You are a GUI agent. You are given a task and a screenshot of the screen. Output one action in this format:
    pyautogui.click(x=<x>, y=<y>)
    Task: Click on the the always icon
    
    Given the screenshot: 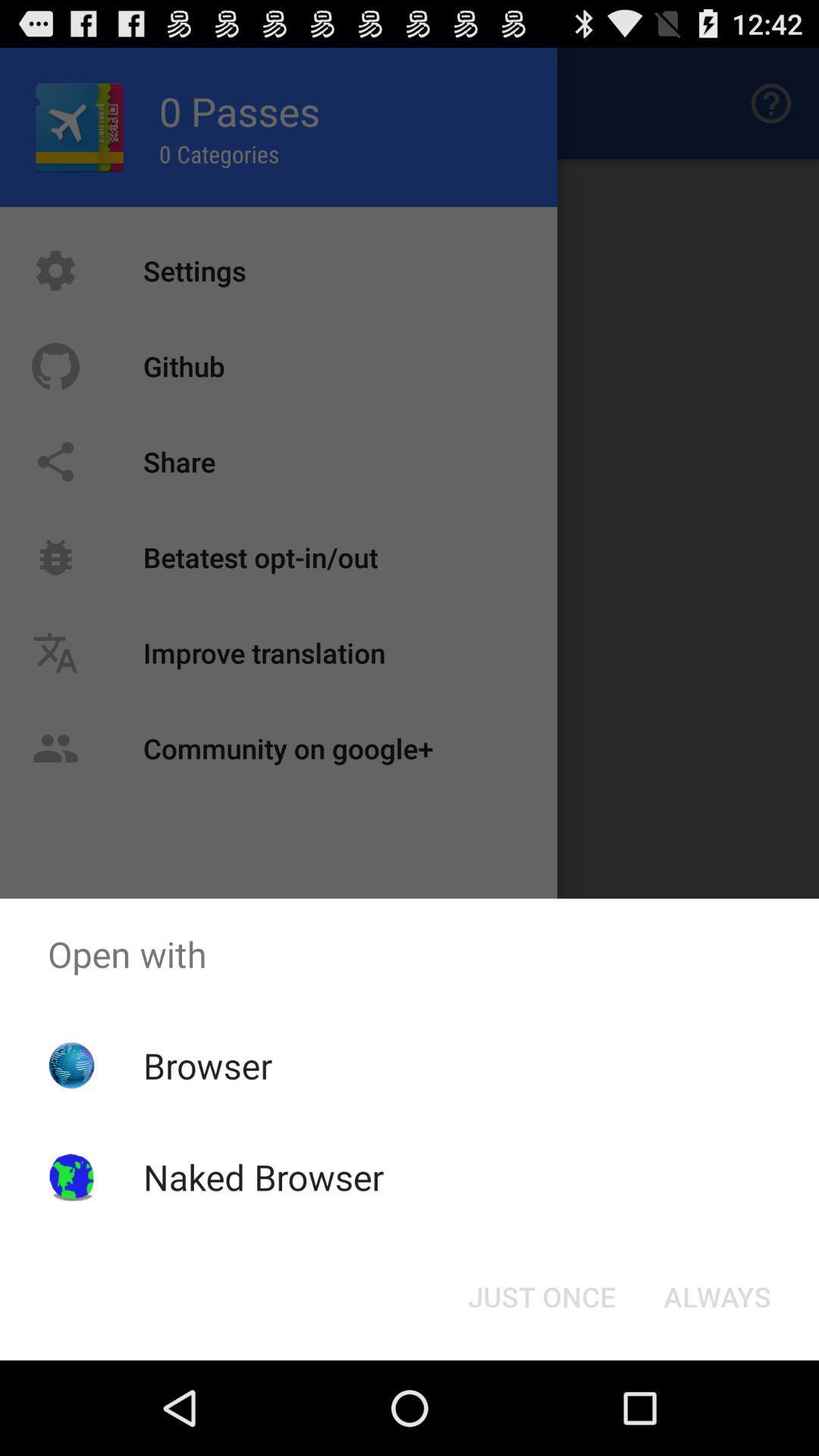 What is the action you would take?
    pyautogui.click(x=717, y=1295)
    